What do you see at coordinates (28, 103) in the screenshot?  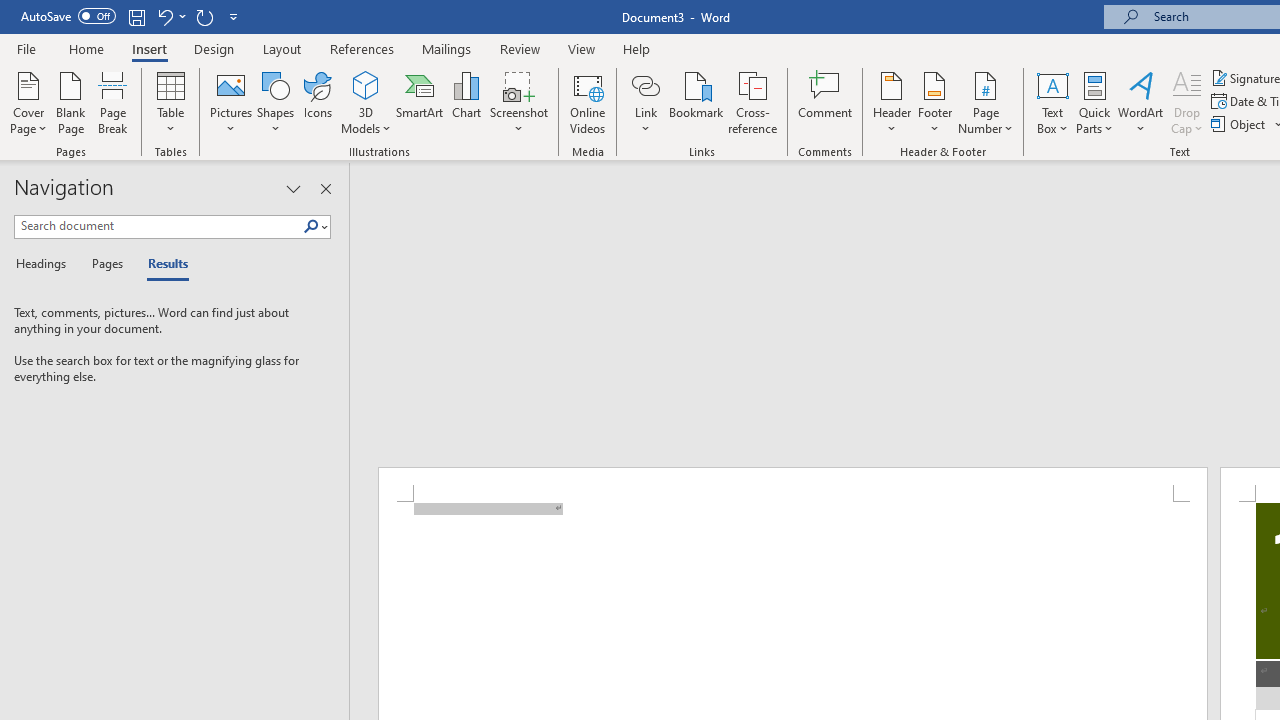 I see `'Cover Page'` at bounding box center [28, 103].